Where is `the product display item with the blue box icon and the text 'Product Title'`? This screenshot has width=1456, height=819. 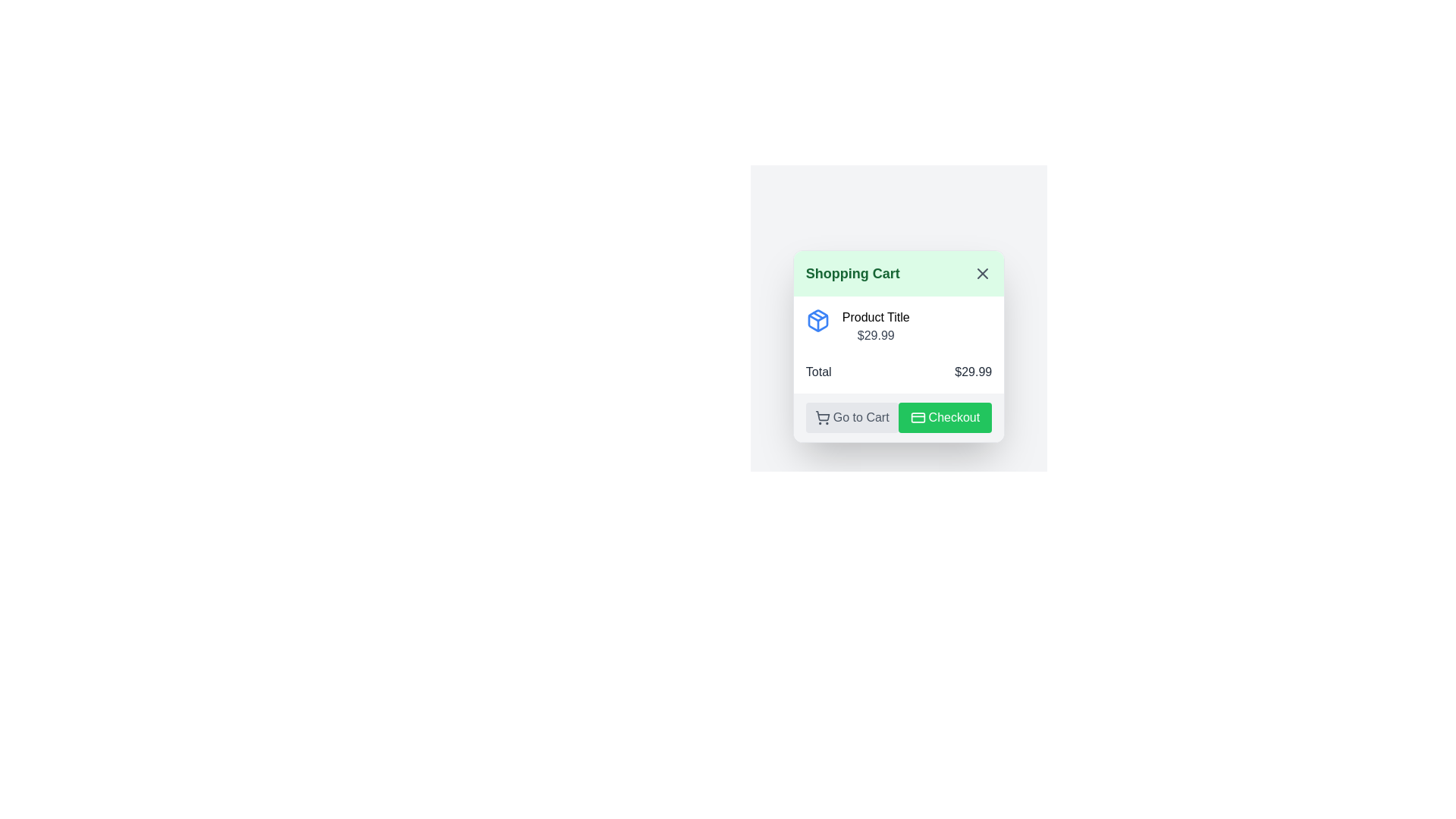
the product display item with the blue box icon and the text 'Product Title' is located at coordinates (899, 326).